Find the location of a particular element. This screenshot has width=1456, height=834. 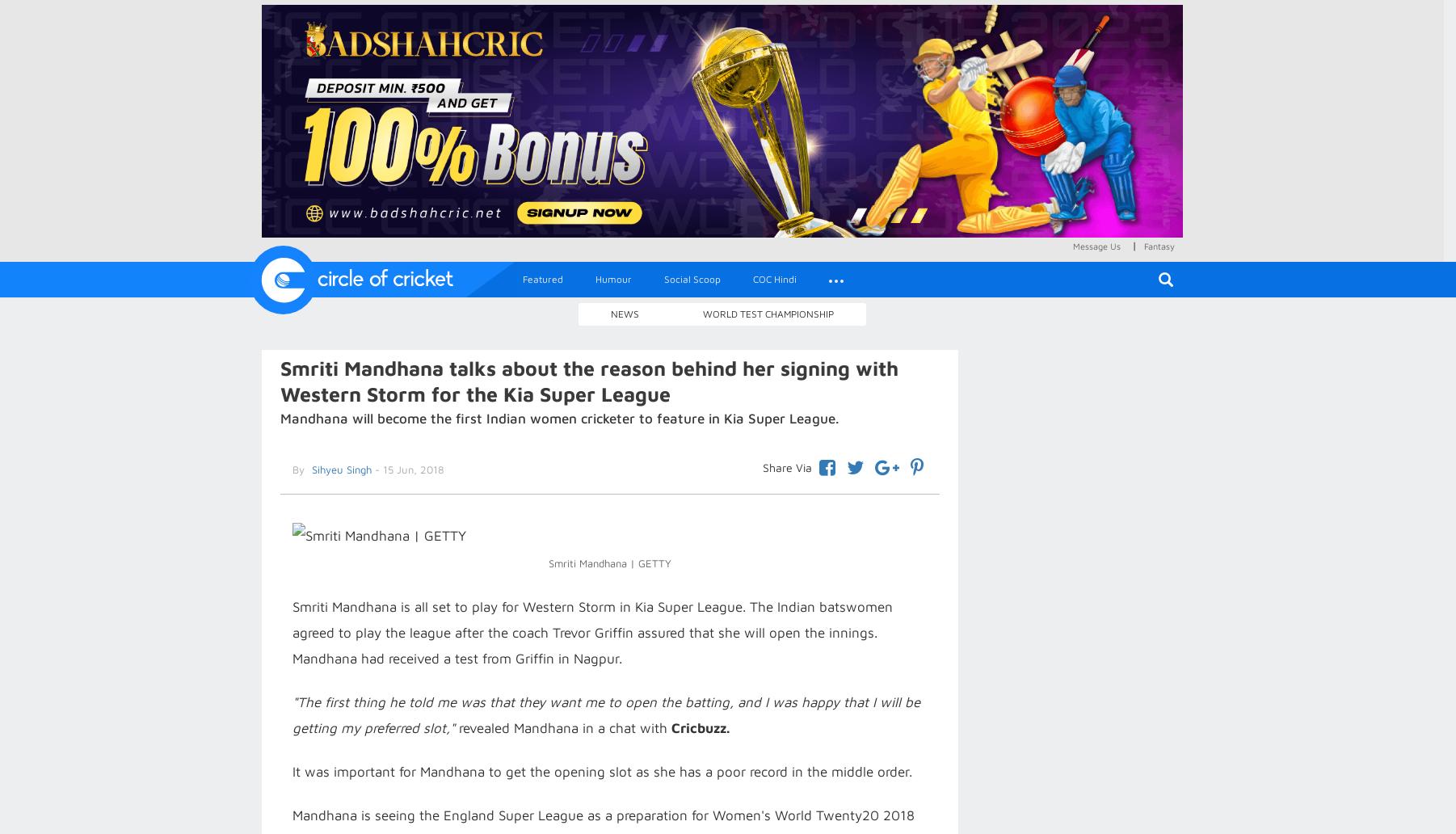

'Cricbuzz.' is located at coordinates (700, 728).